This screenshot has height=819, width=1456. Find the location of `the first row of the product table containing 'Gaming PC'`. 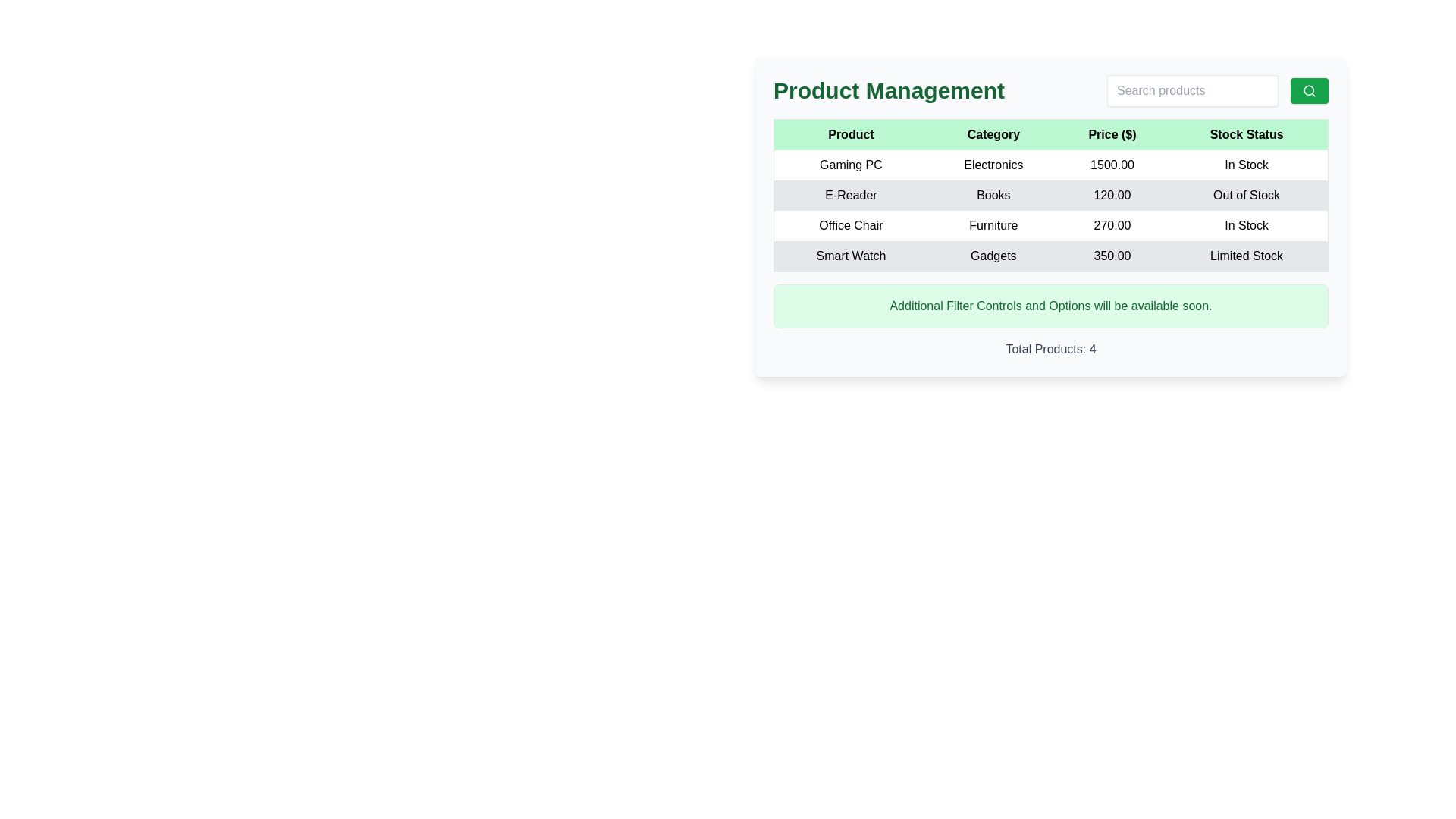

the first row of the product table containing 'Gaming PC' is located at coordinates (1050, 165).